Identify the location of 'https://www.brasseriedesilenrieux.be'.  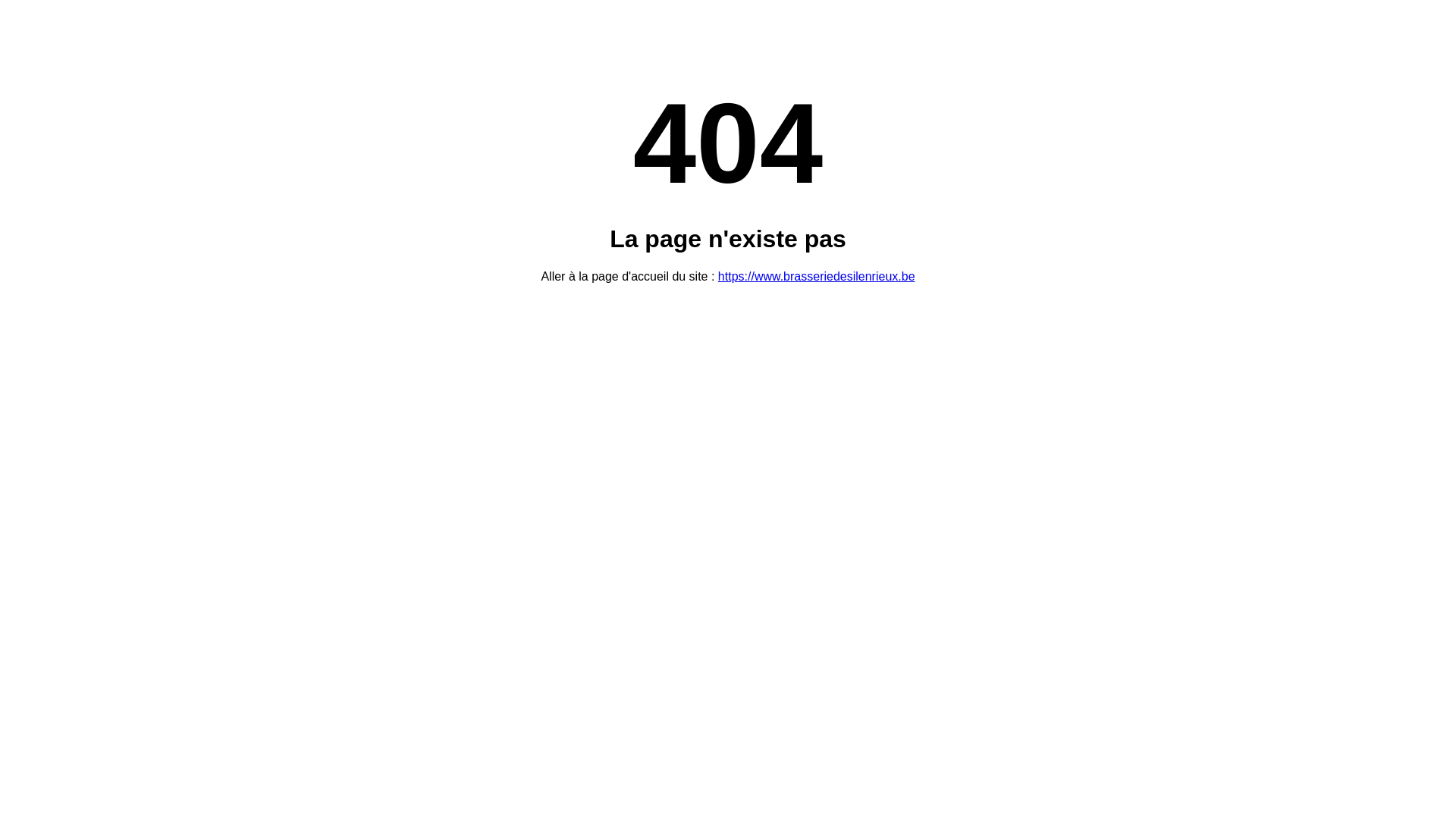
(815, 276).